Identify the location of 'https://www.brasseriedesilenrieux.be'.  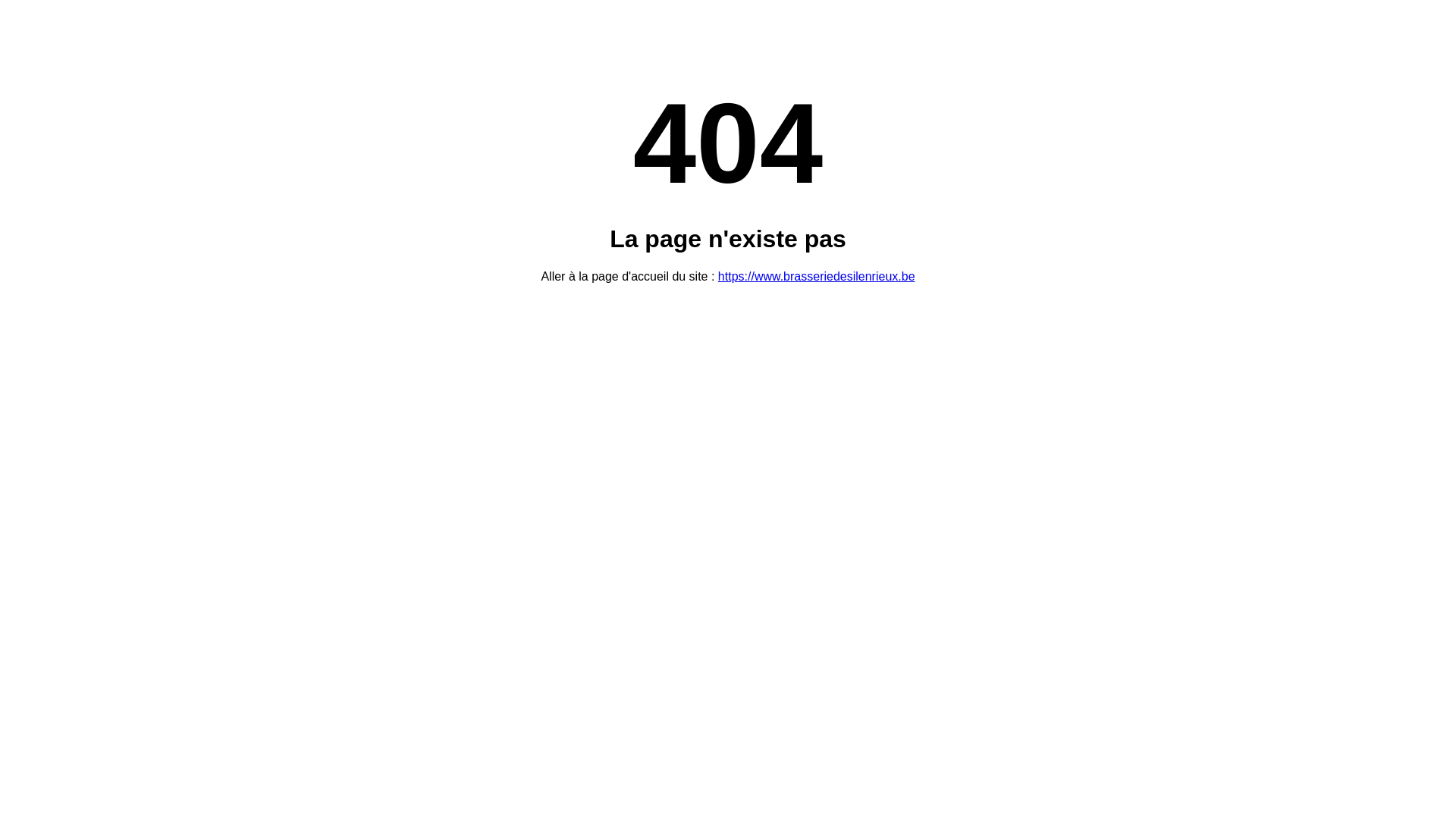
(815, 276).